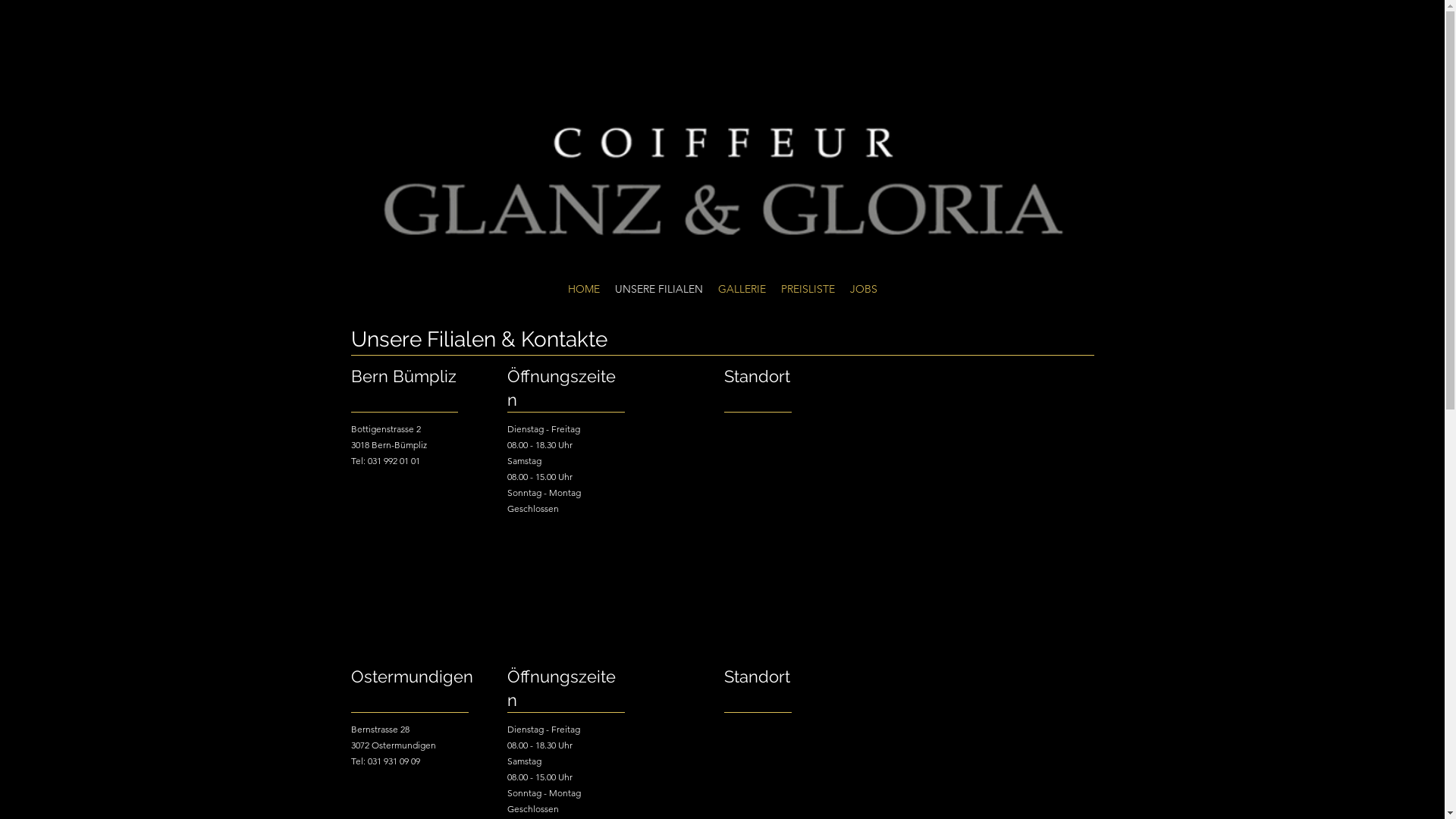  What do you see at coordinates (658, 289) in the screenshot?
I see `'UNSERE FILIALEN'` at bounding box center [658, 289].